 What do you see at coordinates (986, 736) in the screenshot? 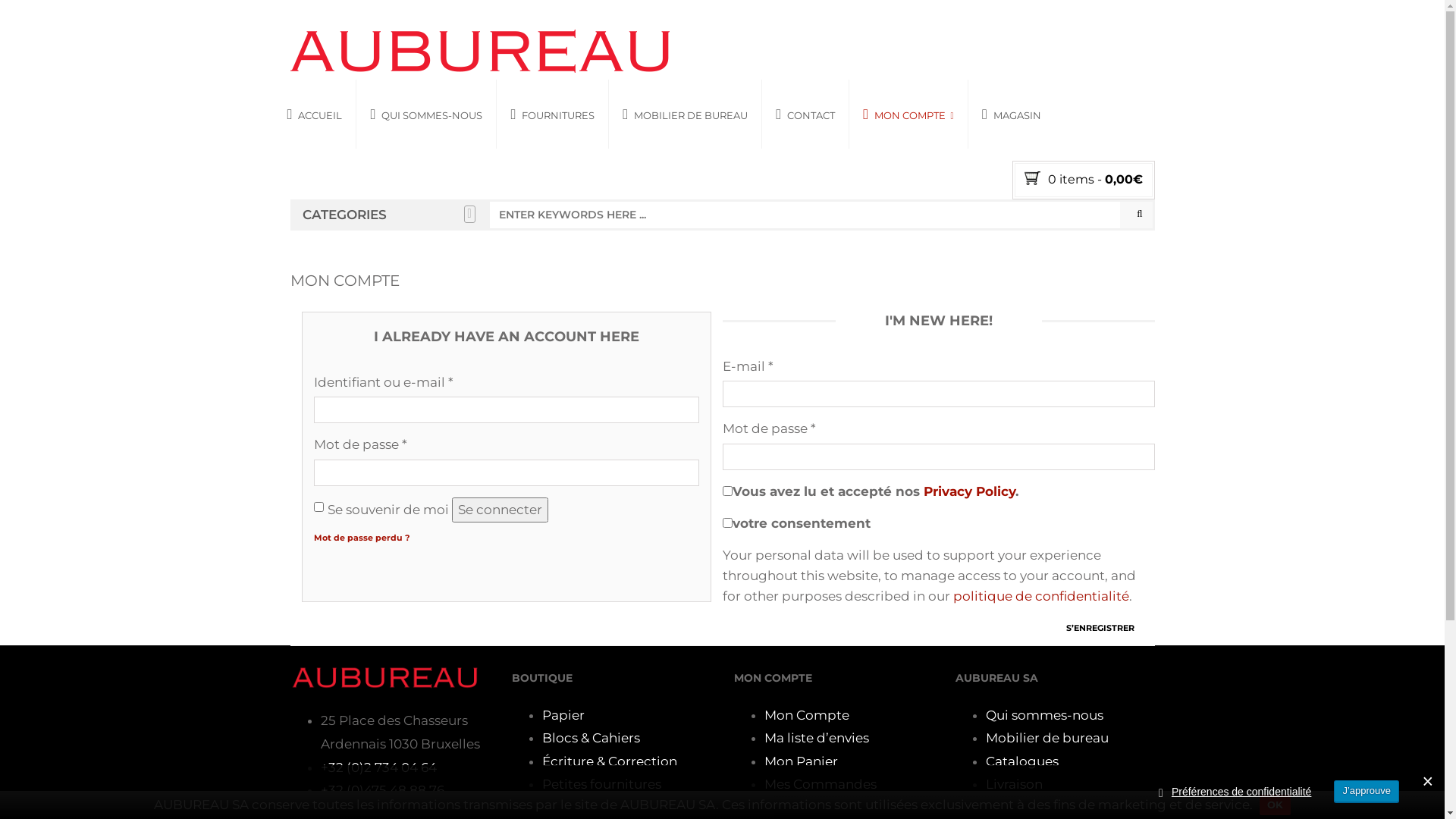
I see `'Mobilier de bureau'` at bounding box center [986, 736].